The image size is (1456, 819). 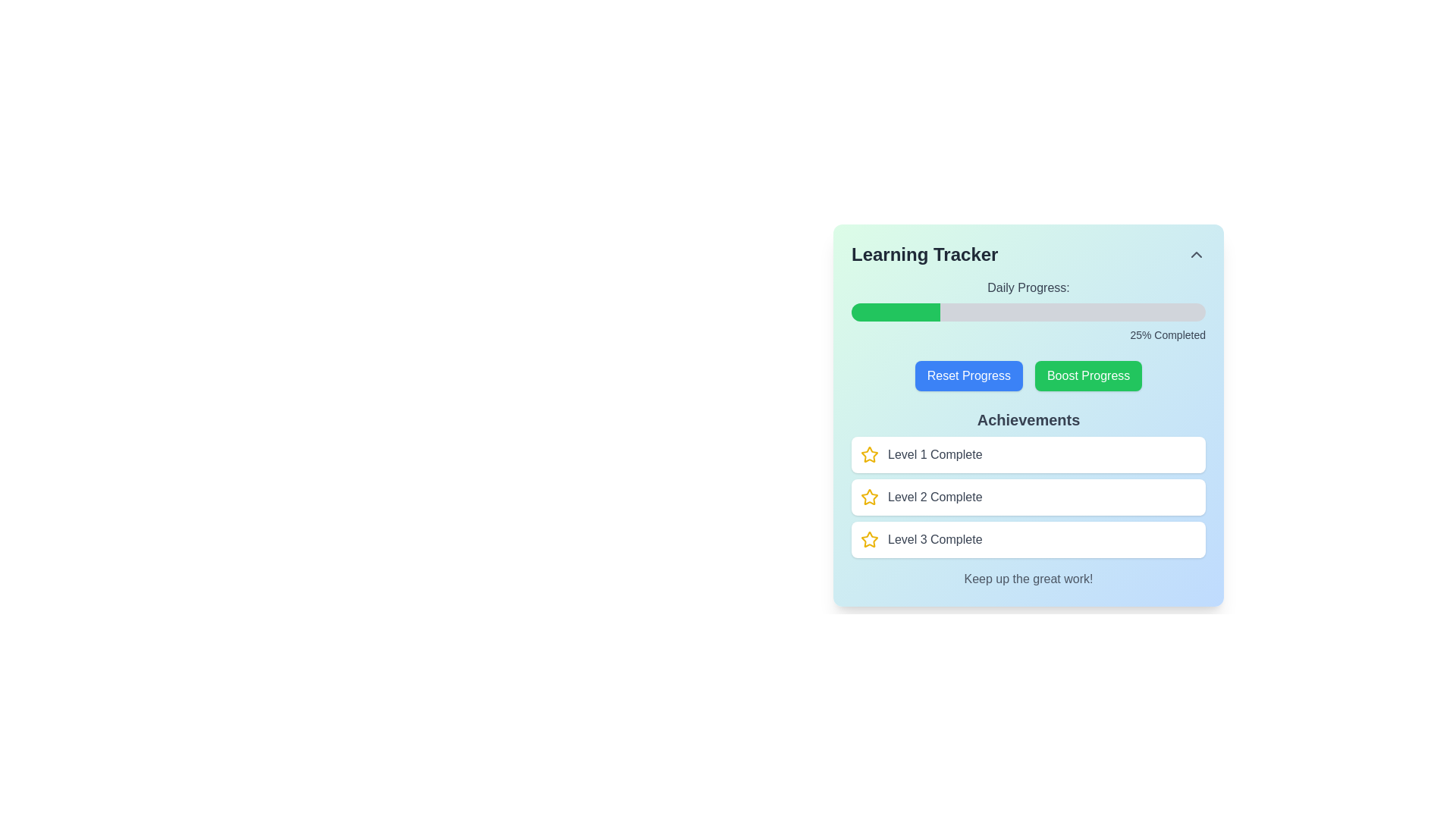 I want to click on the highlighted achievement entry in the Content Display List, which is the second item indicating 'Level 2 Complete', so click(x=1028, y=483).